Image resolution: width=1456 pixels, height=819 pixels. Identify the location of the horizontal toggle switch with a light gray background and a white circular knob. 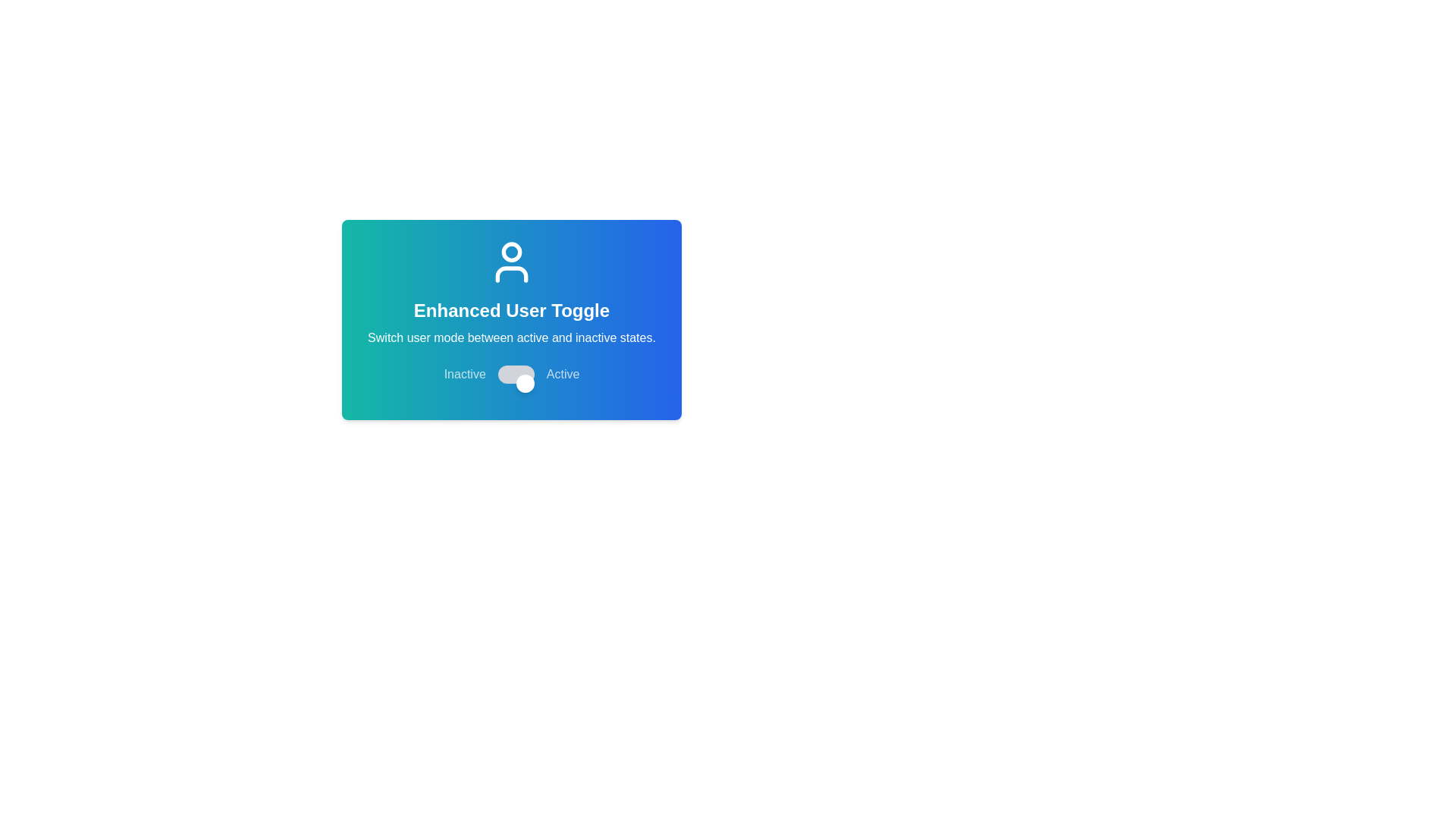
(516, 374).